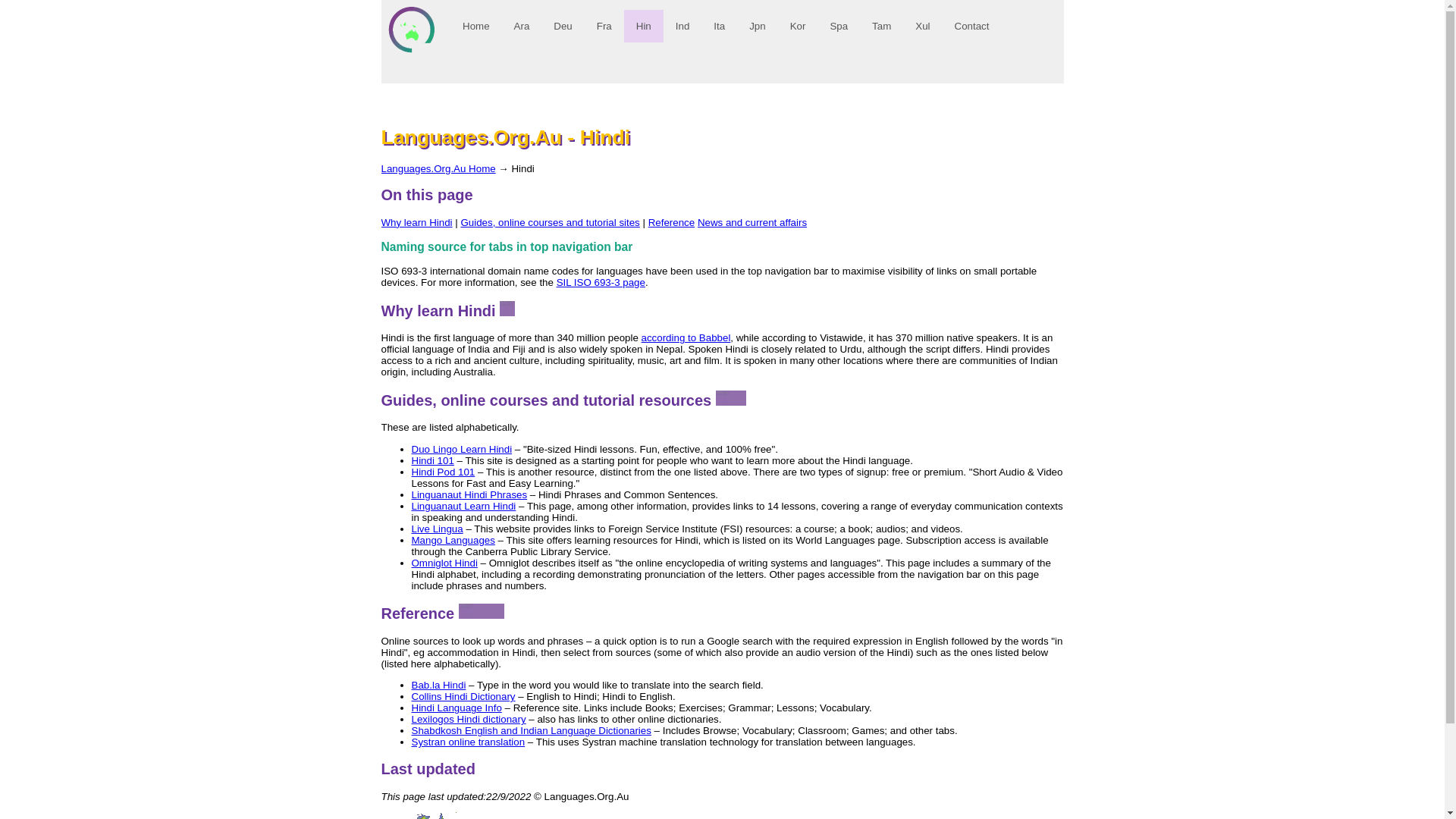 The image size is (1456, 819). I want to click on 'Xul', so click(921, 26).